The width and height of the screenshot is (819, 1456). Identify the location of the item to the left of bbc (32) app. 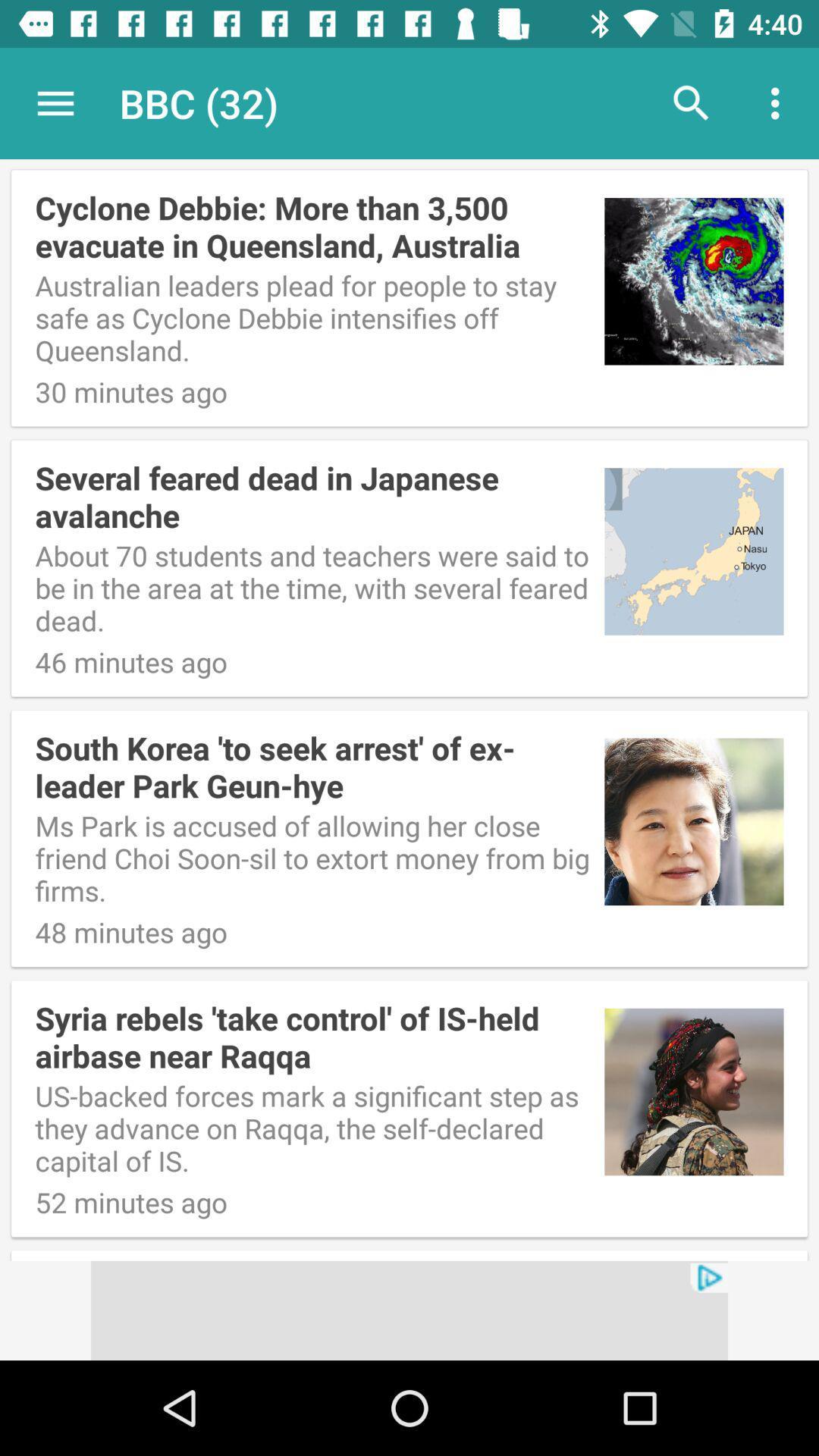
(55, 102).